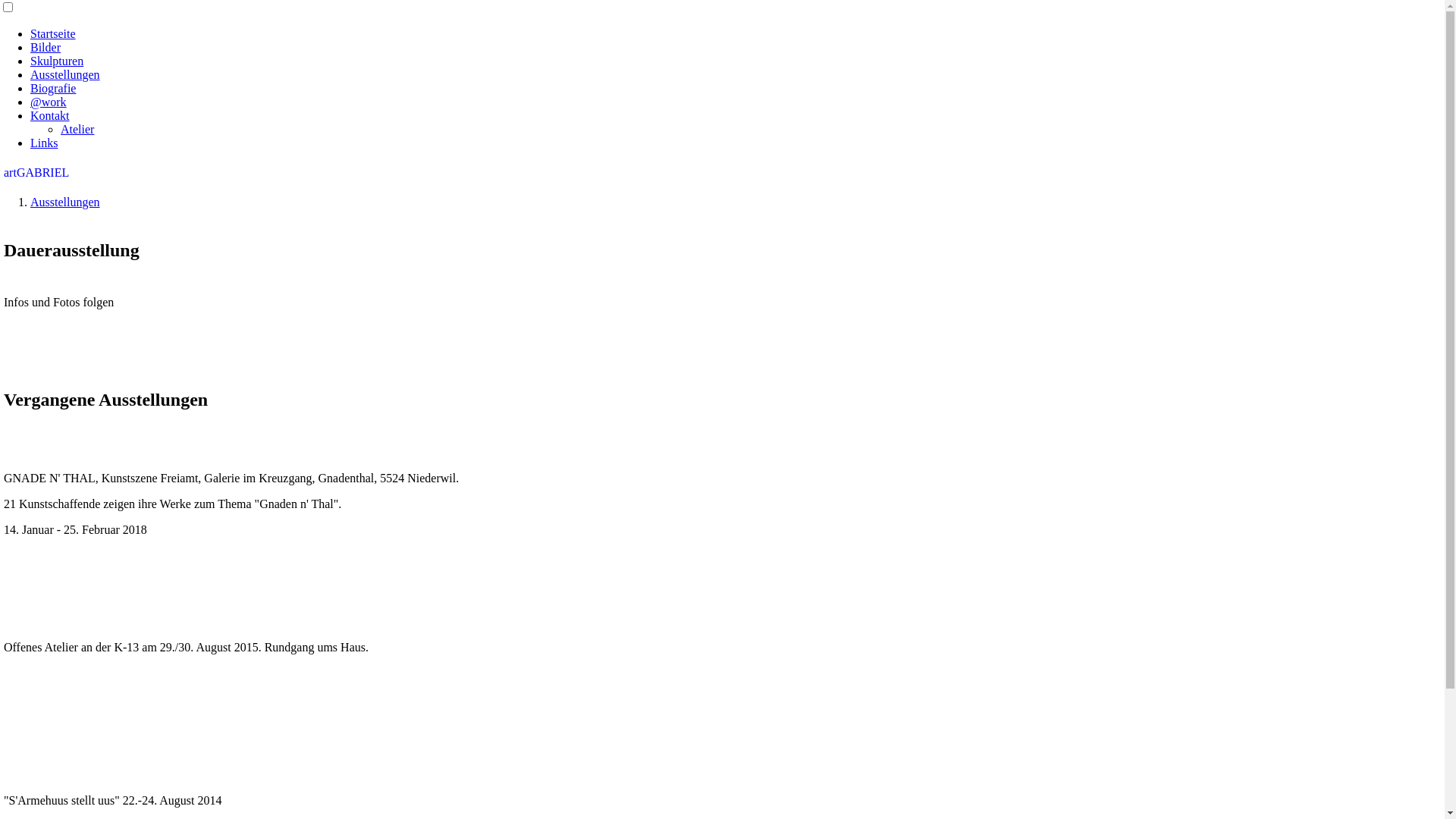 The image size is (1456, 819). I want to click on 'Kontakt', so click(50, 115).